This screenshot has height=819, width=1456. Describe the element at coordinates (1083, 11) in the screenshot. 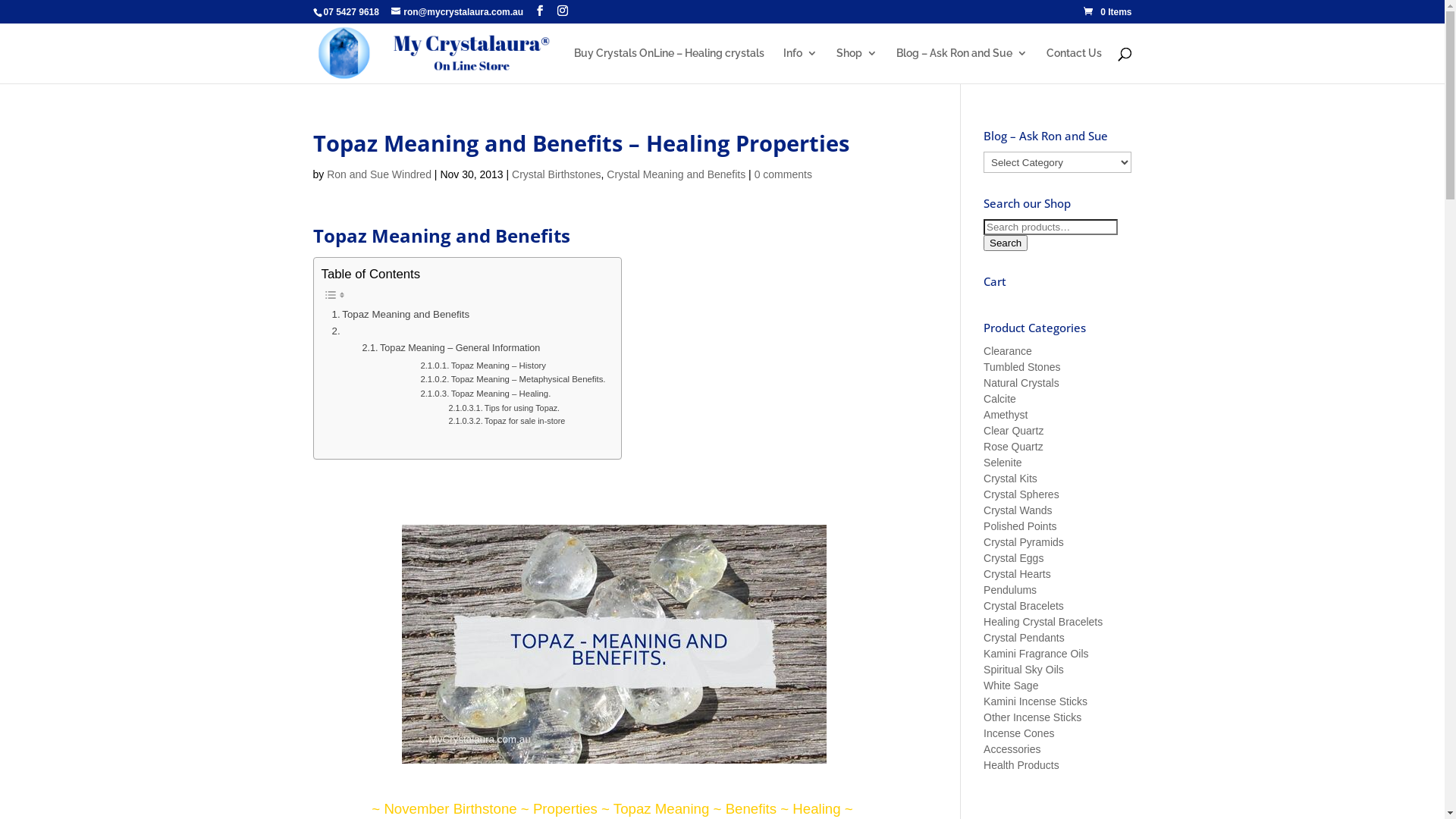

I see `'0 Items'` at that location.